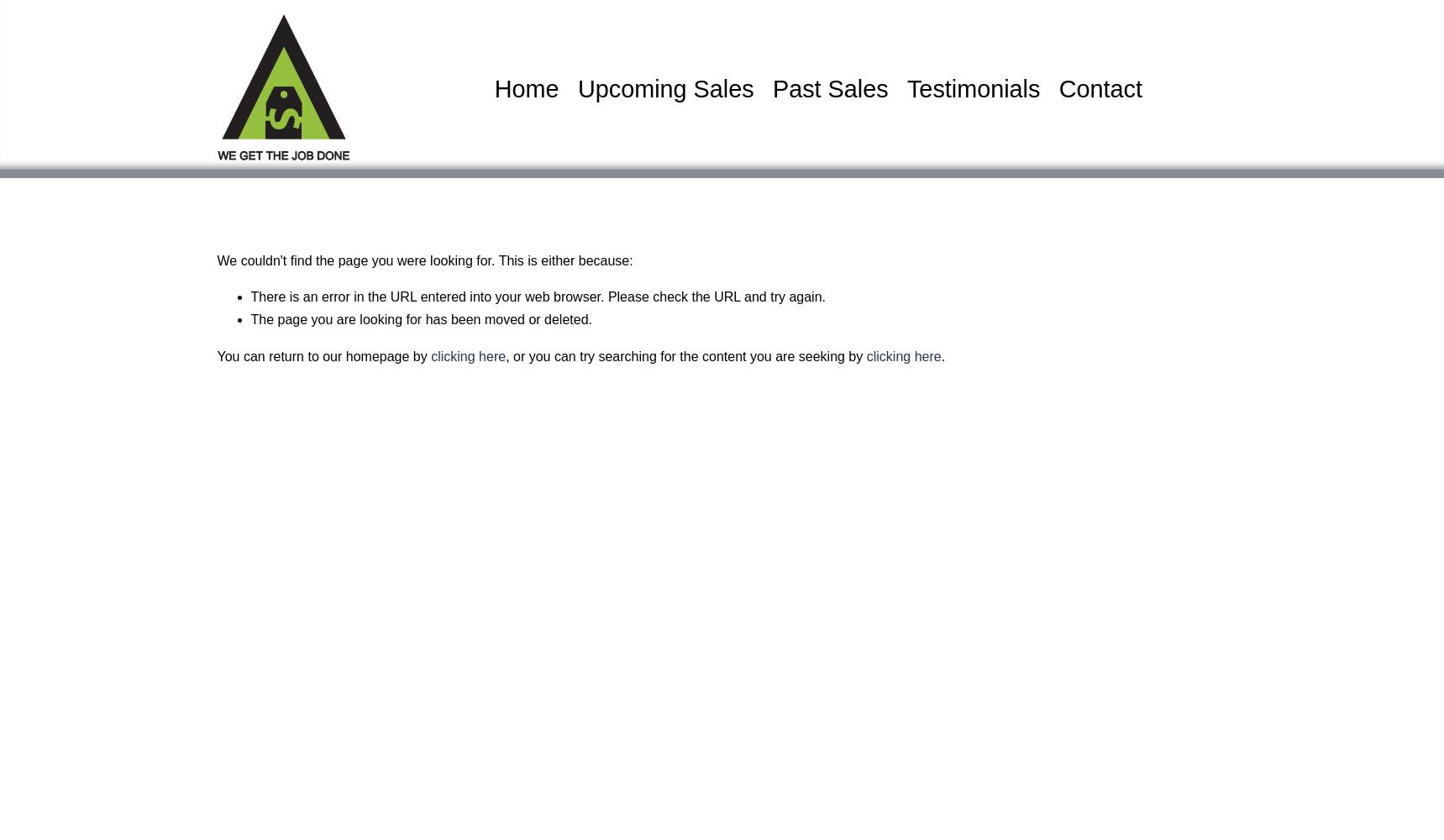  I want to click on 'You can return to our homepage by', so click(323, 355).